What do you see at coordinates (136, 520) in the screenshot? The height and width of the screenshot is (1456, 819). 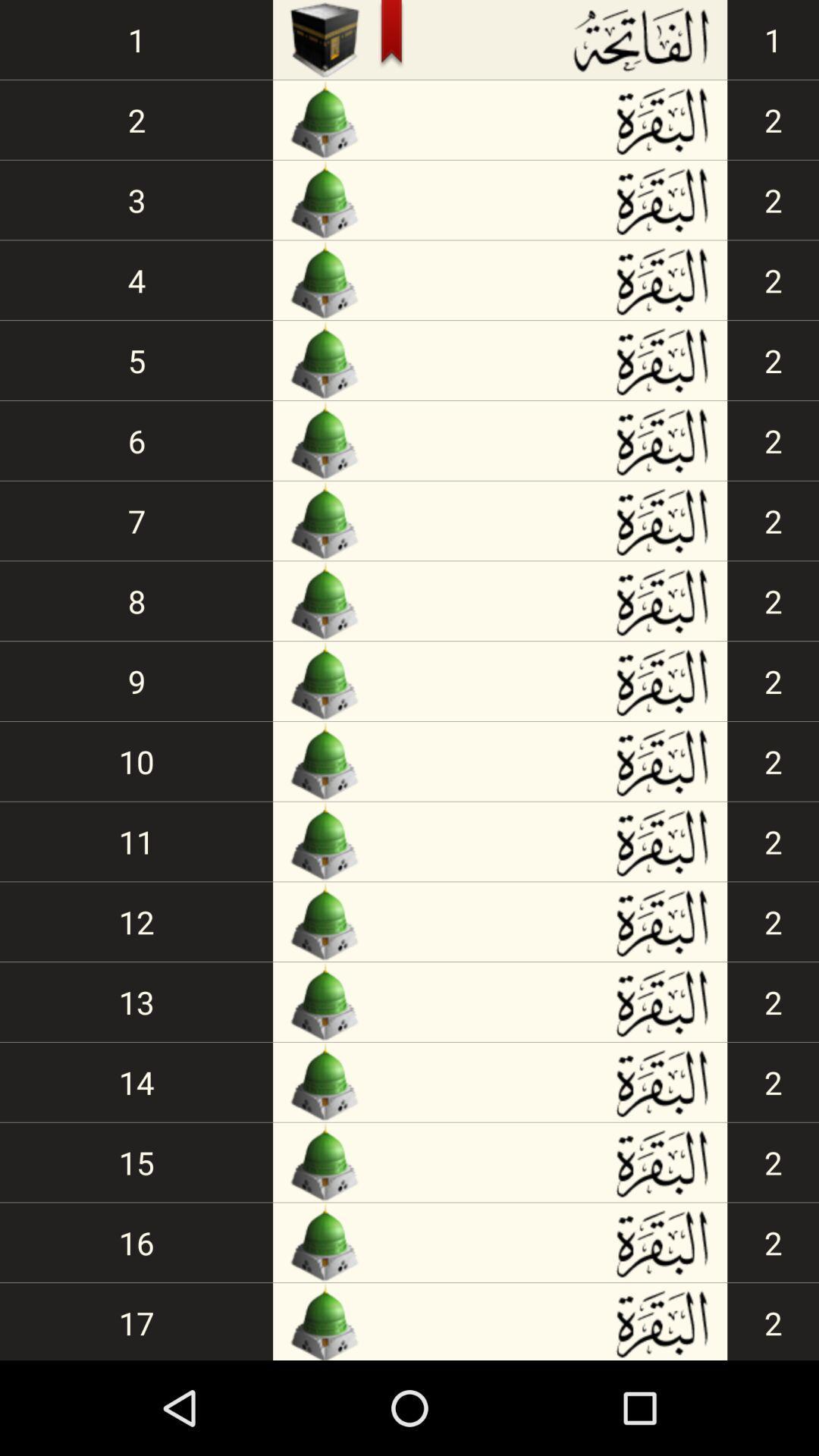 I see `icon below 6 item` at bounding box center [136, 520].